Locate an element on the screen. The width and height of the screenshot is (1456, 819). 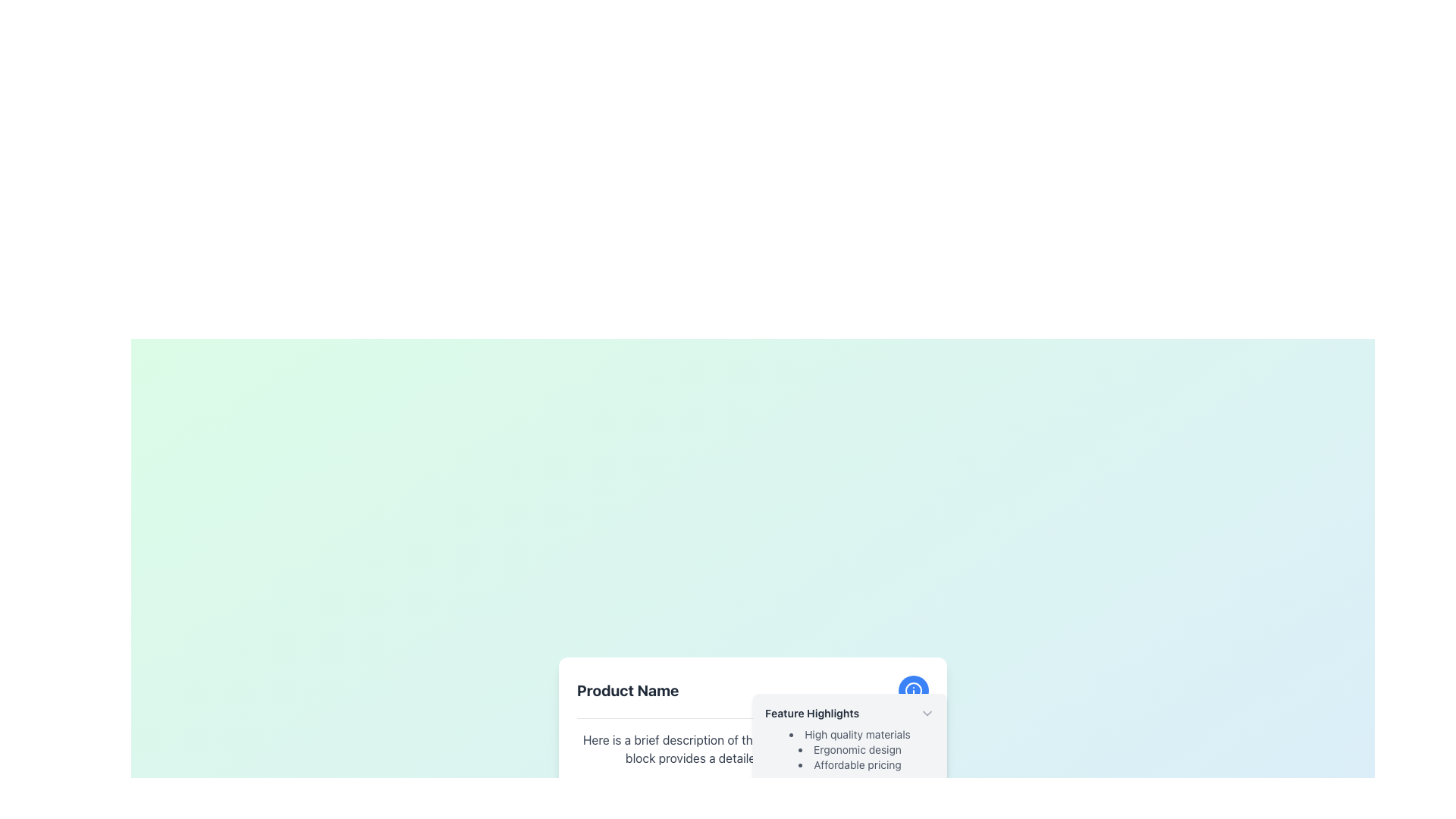
the 'High quality materials' text label, which is the first bullet point in the 'Feature Highlights' section, styled in gray color is located at coordinates (850, 733).